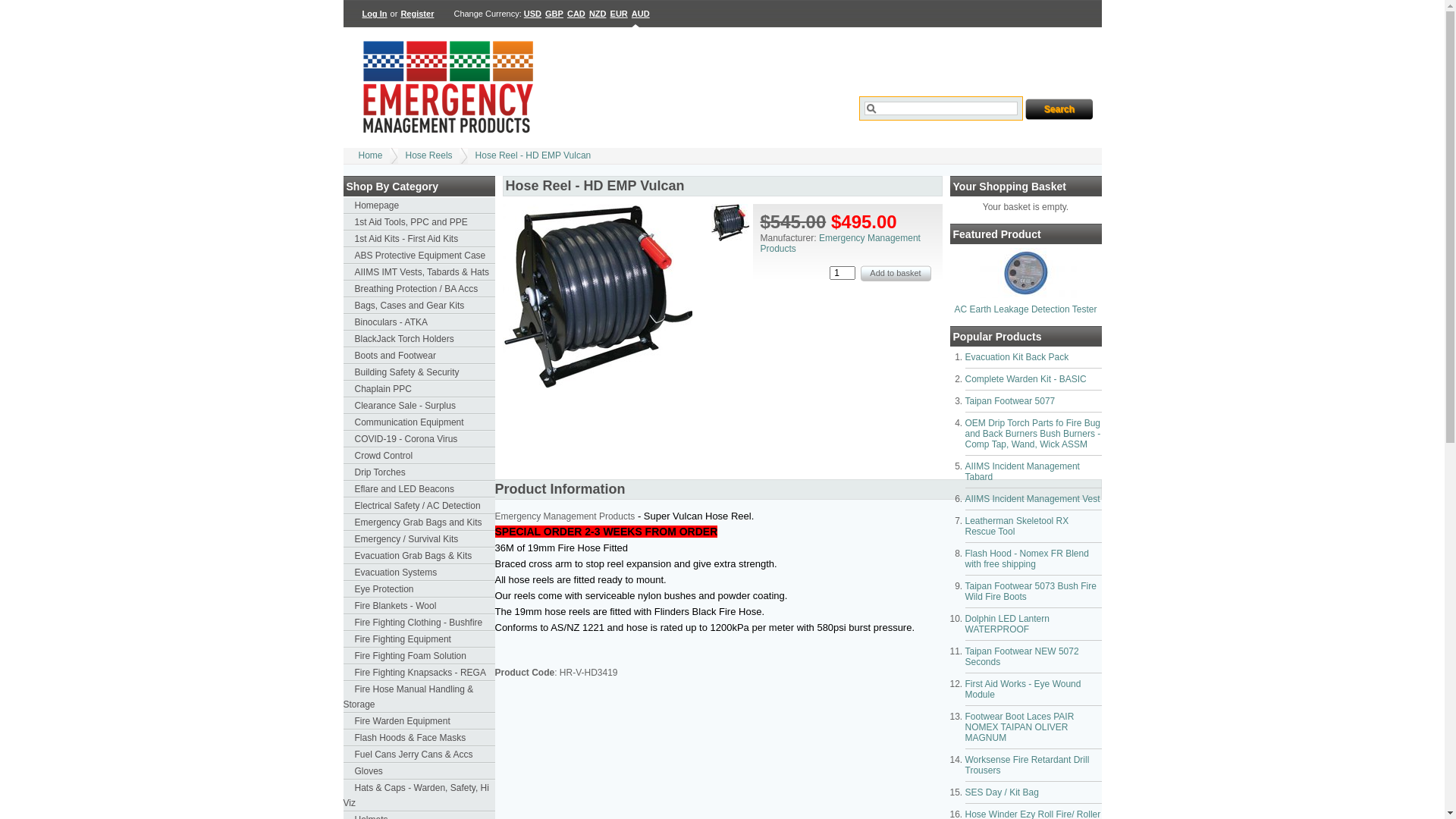 The image size is (1456, 819). Describe the element at coordinates (419, 438) in the screenshot. I see `'COVID-19 - Corona Virus'` at that location.